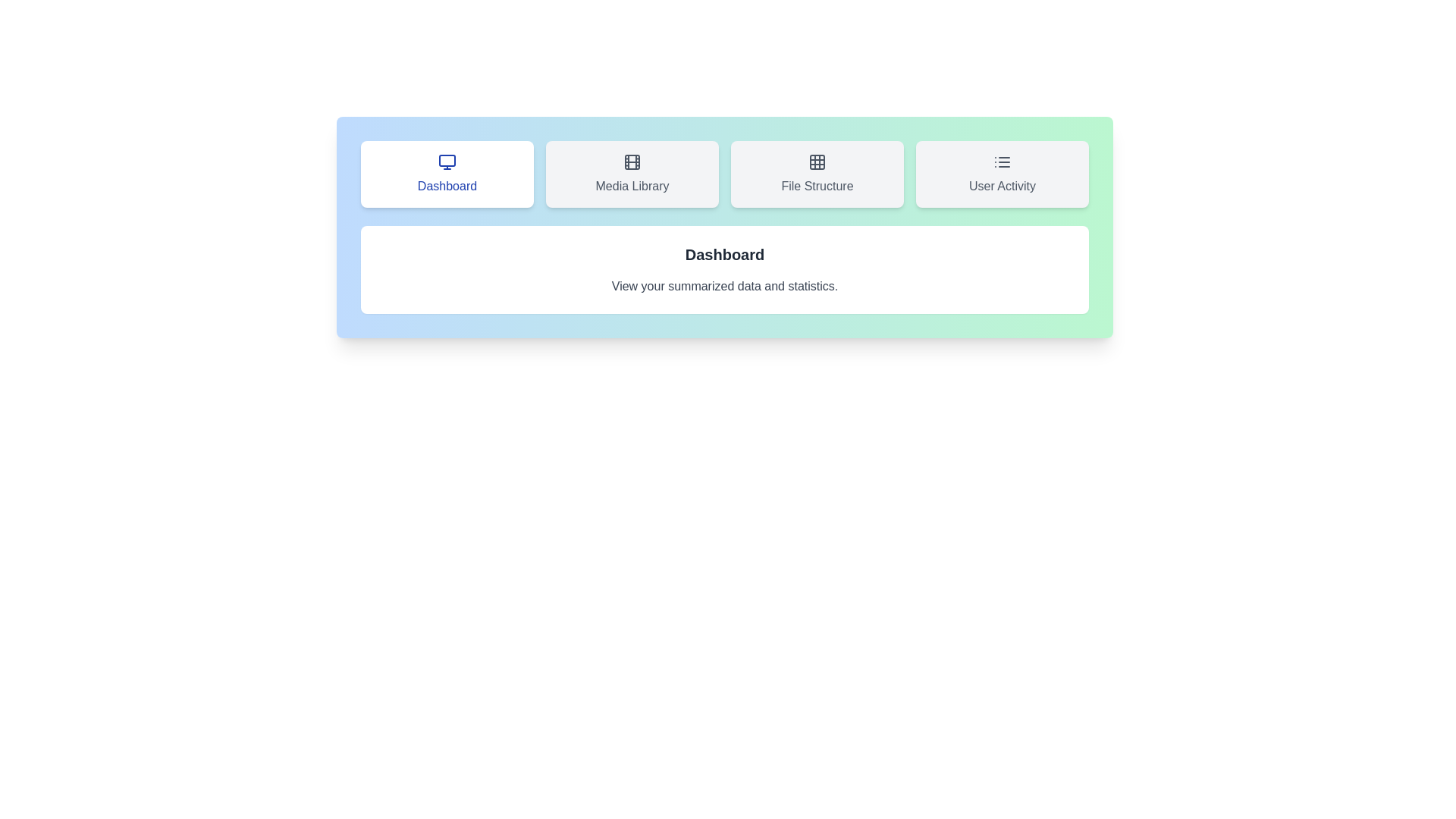 This screenshot has height=819, width=1456. What do you see at coordinates (817, 174) in the screenshot?
I see `the 'File Structure' tab to activate it` at bounding box center [817, 174].